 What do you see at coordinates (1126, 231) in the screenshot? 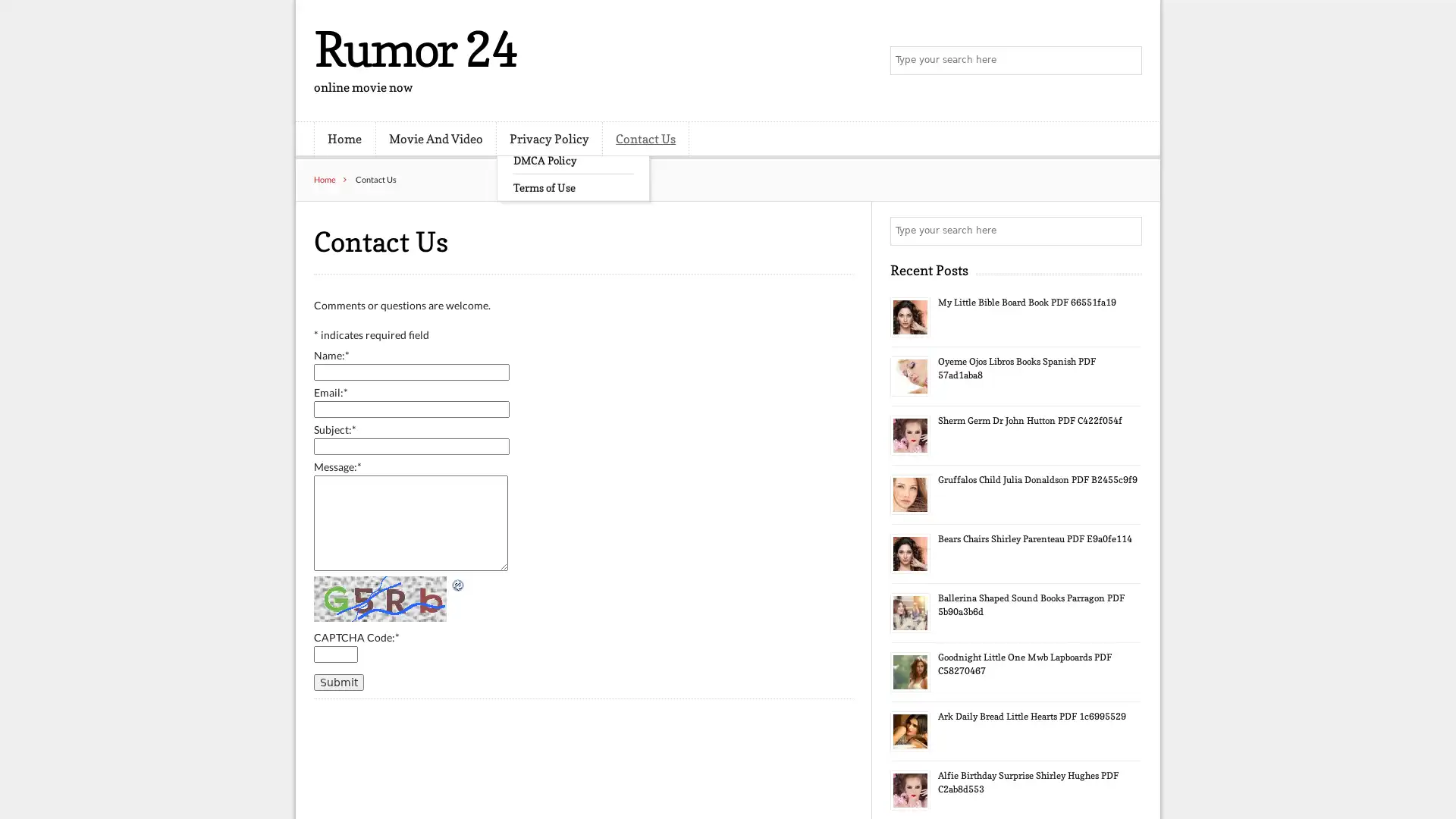
I see `Search` at bounding box center [1126, 231].